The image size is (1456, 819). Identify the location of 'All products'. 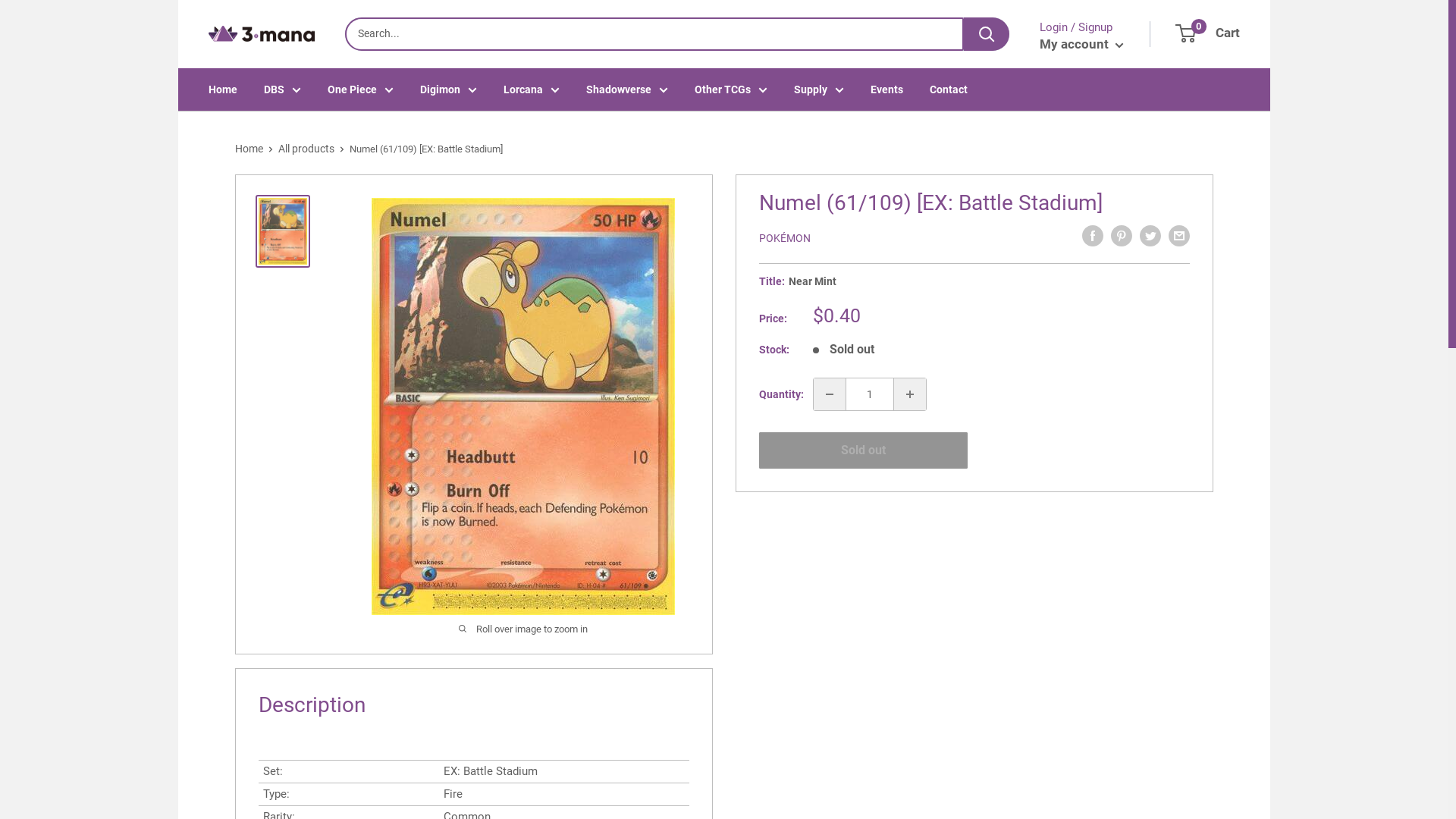
(305, 149).